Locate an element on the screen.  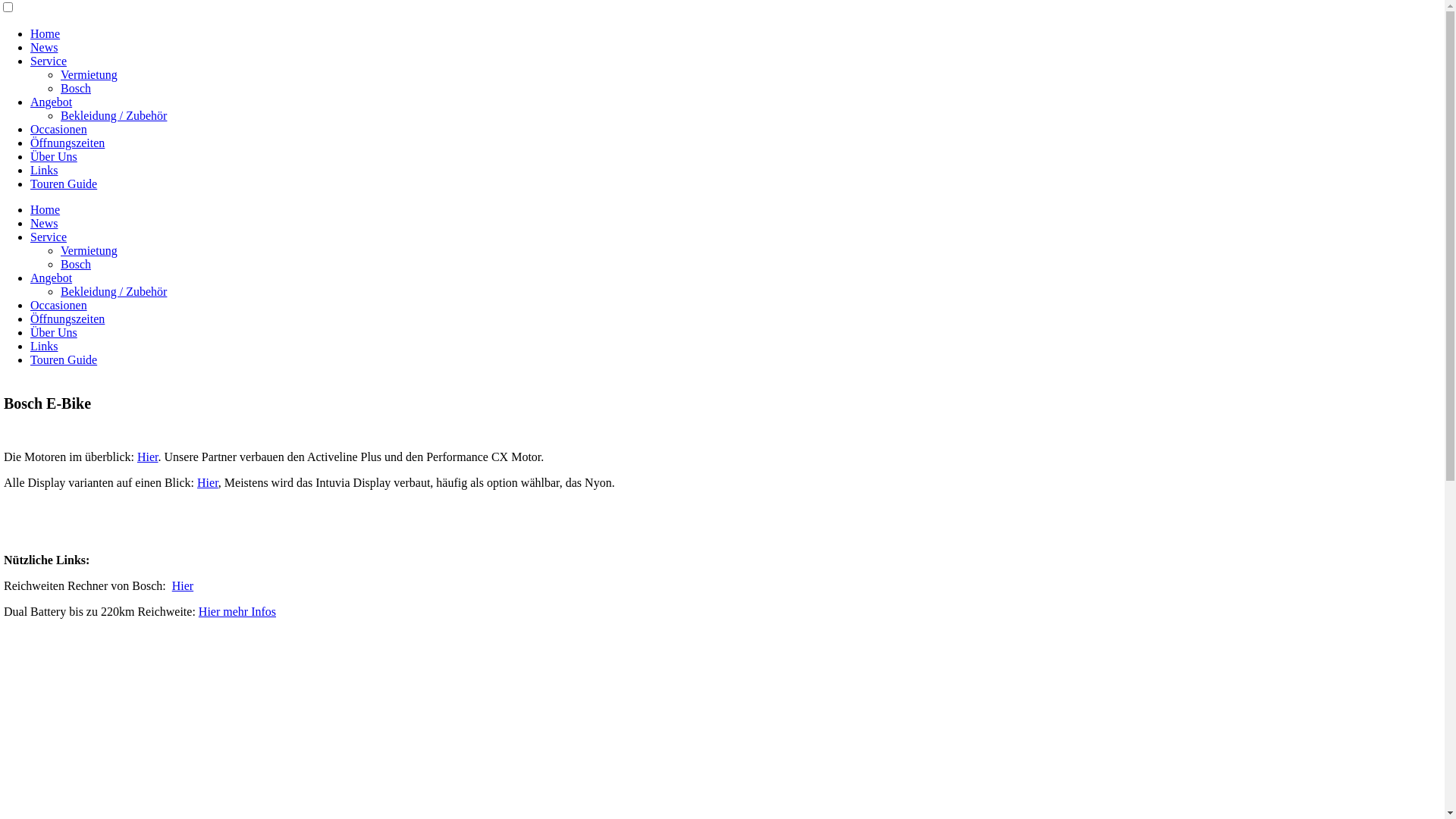
'News' is located at coordinates (43, 46).